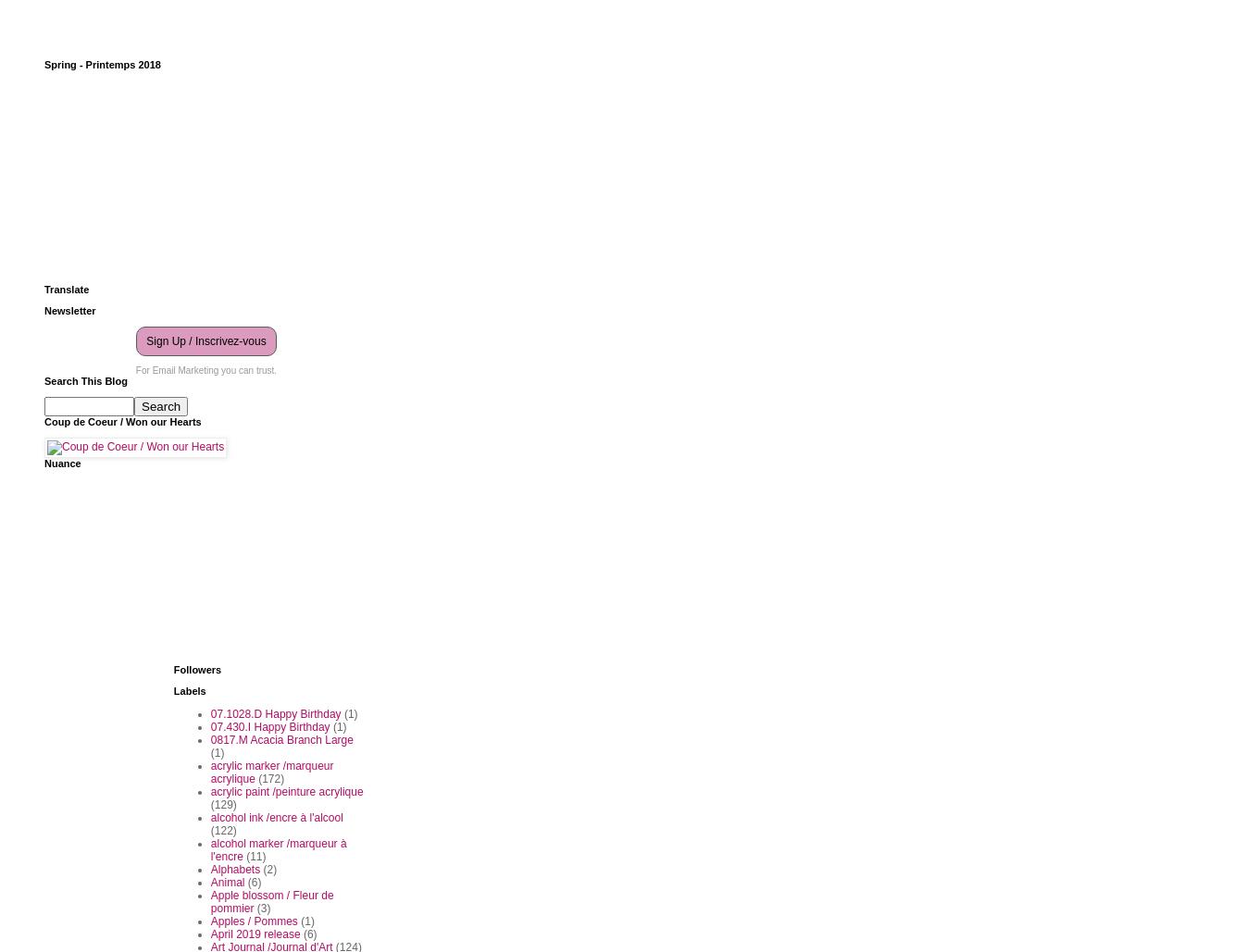 This screenshot has width=1257, height=952. I want to click on 'Coup de Coeur / Won our Hearts', so click(121, 421).